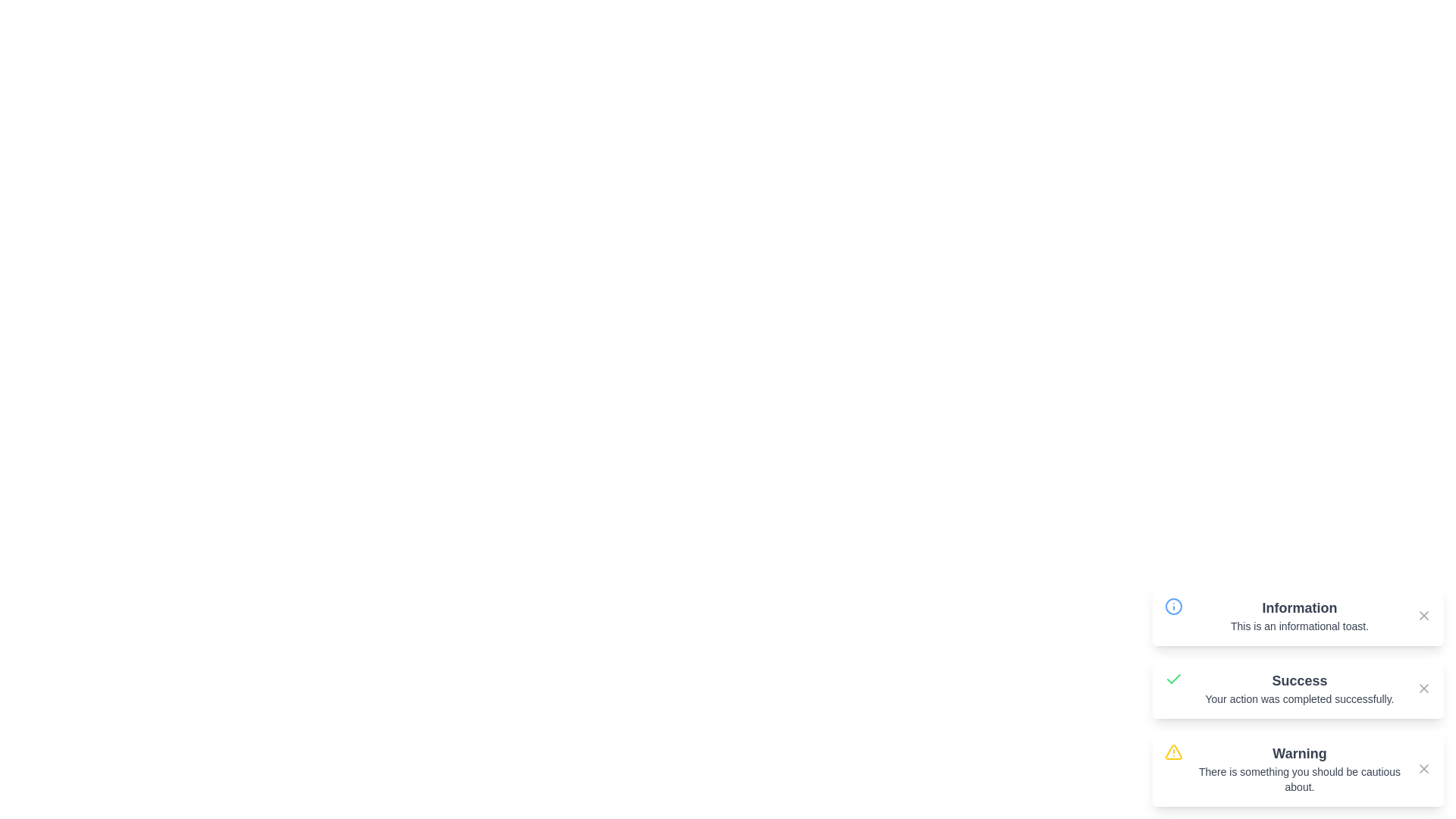 This screenshot has height=819, width=1456. Describe the element at coordinates (1173, 605) in the screenshot. I see `the informational notification icon located at the top-left corner of the toast notifications stack` at that location.